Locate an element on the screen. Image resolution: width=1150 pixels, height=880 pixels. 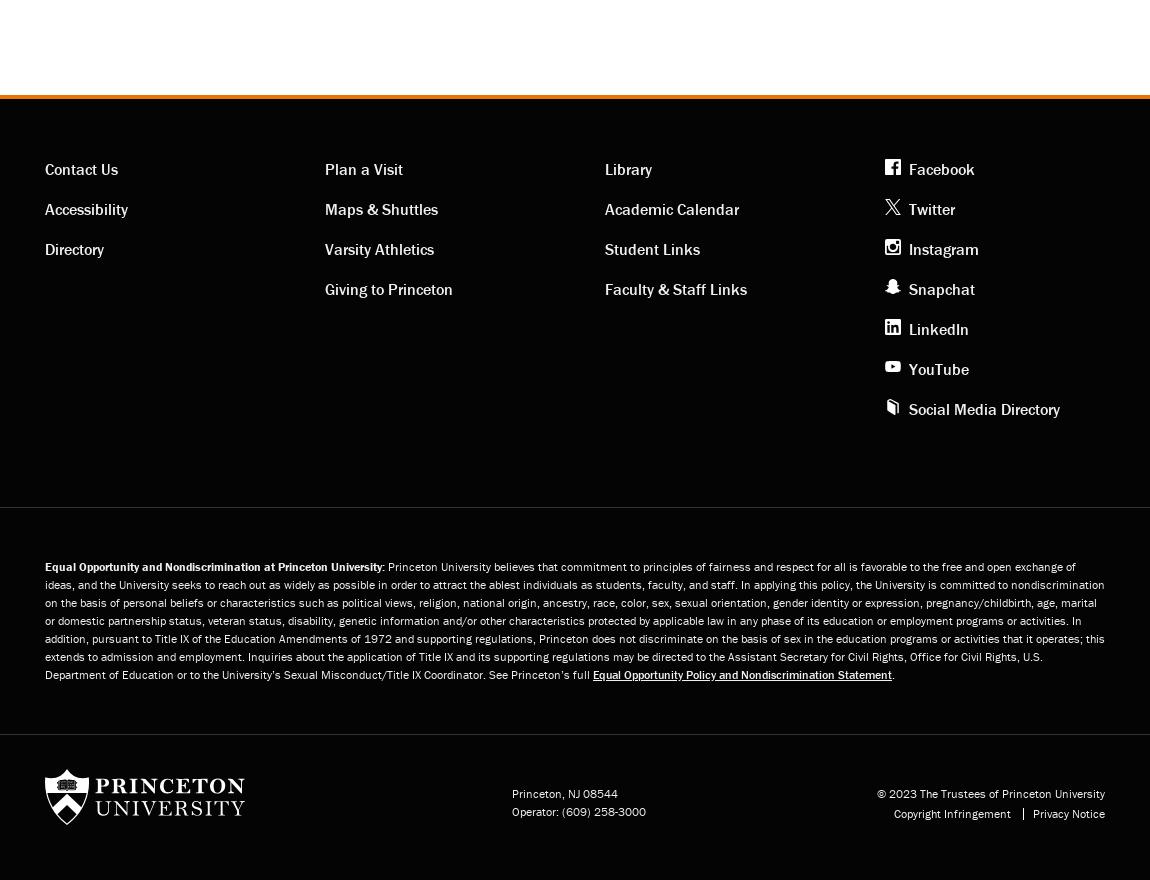
'Social Media Directory' is located at coordinates (984, 407).